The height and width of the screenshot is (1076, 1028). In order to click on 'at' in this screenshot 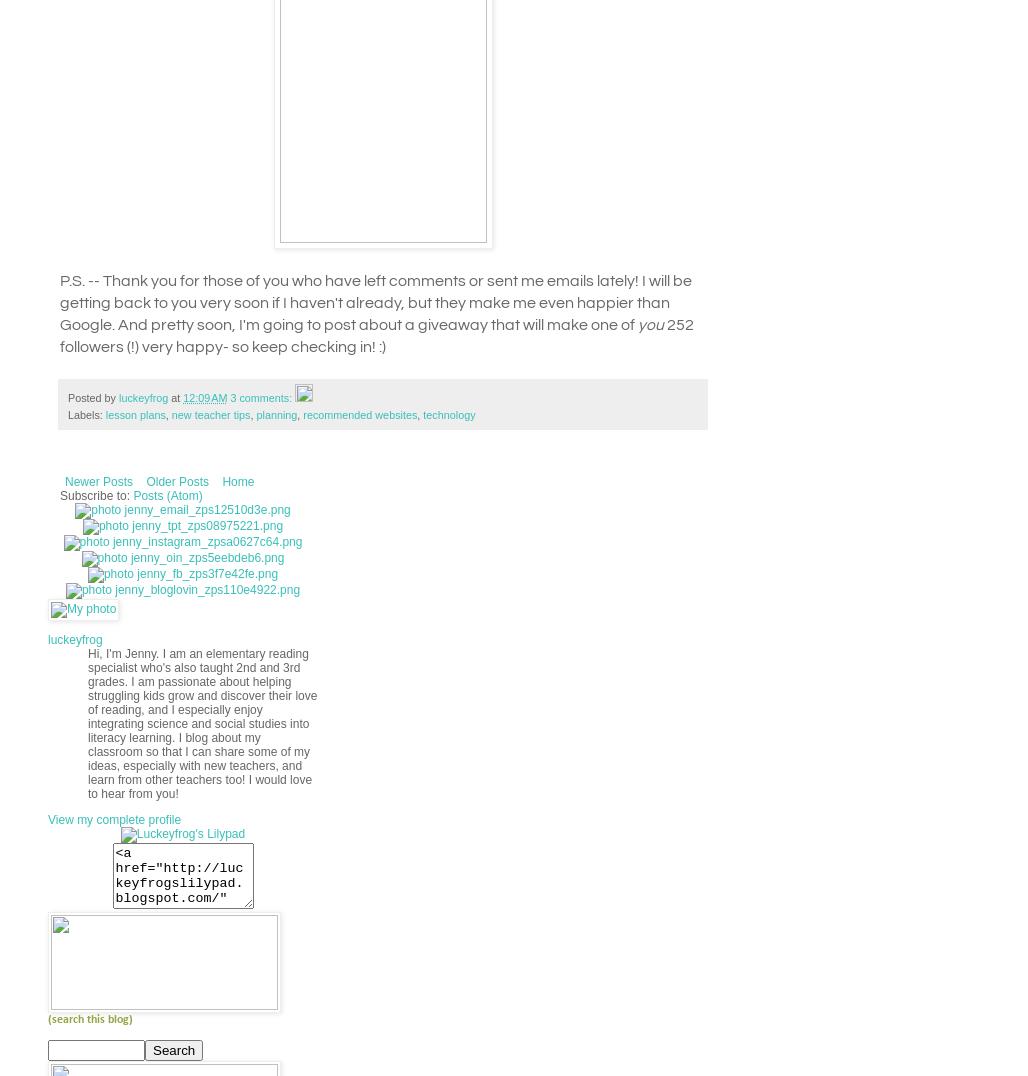, I will do `click(177, 396)`.